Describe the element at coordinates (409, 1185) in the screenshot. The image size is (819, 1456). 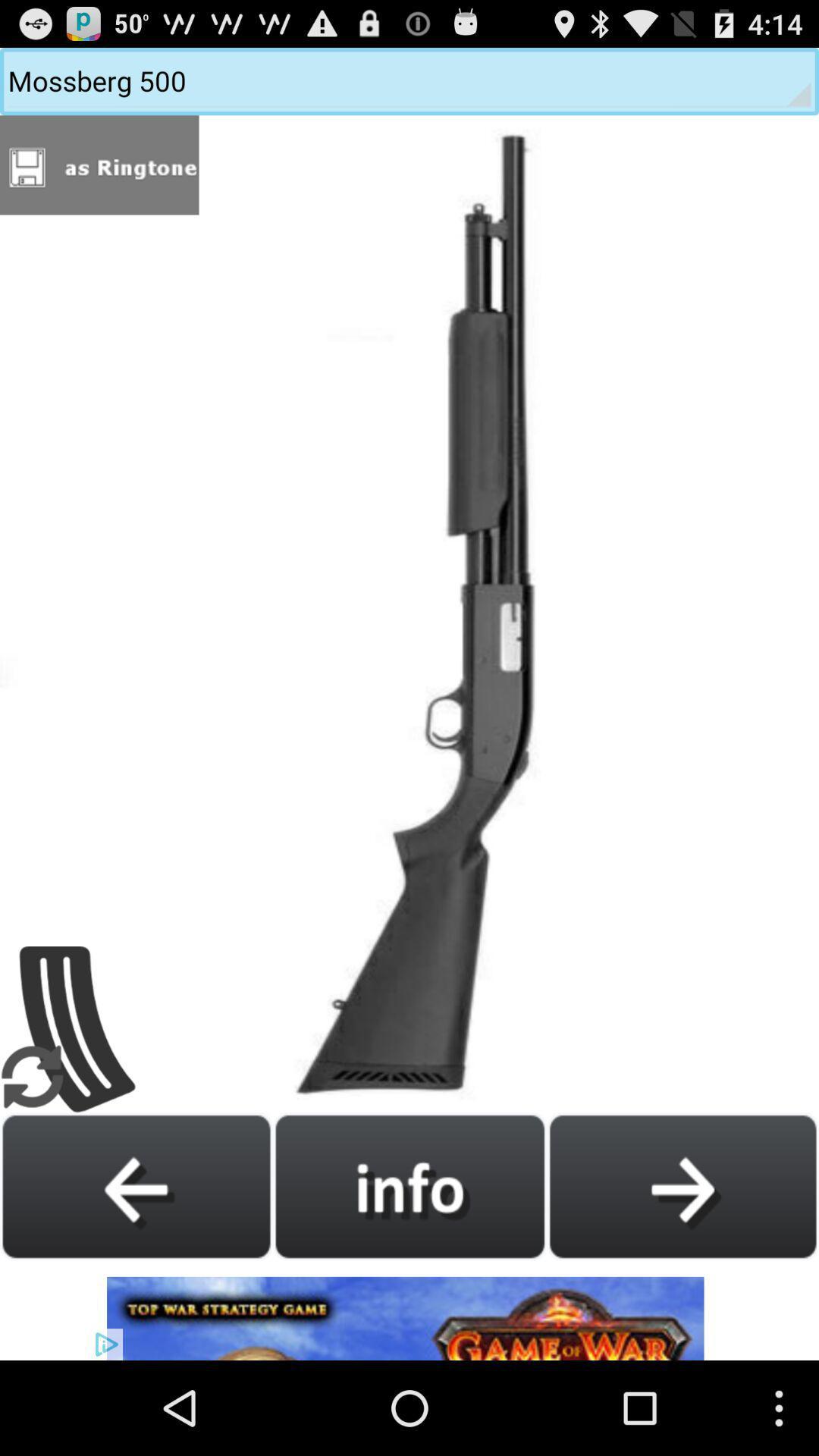
I see `see more information` at that location.